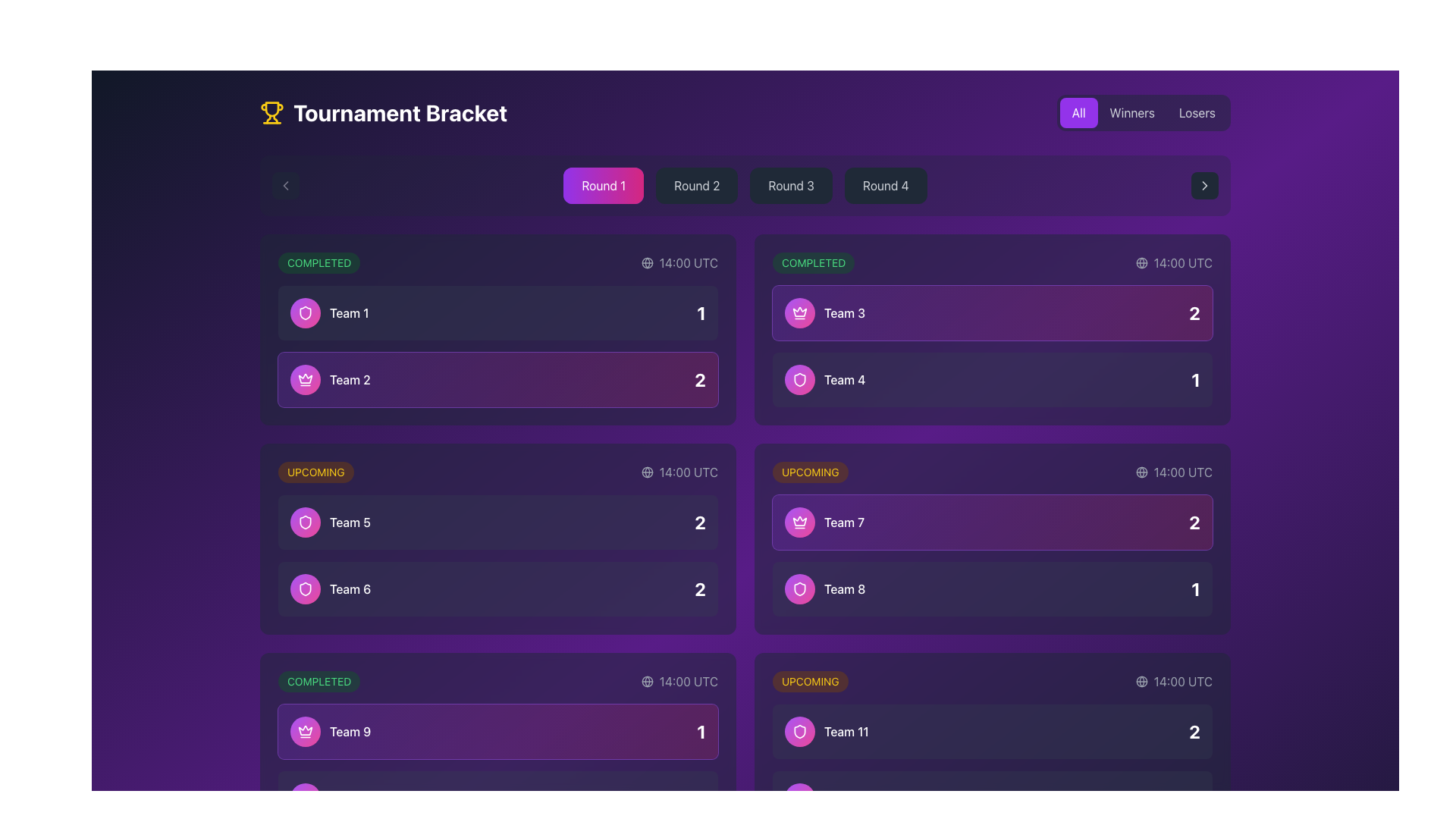 The width and height of the screenshot is (1456, 819). Describe the element at coordinates (824, 312) in the screenshot. I see `the 'Team 3' text label with a crowned icon on the left` at that location.